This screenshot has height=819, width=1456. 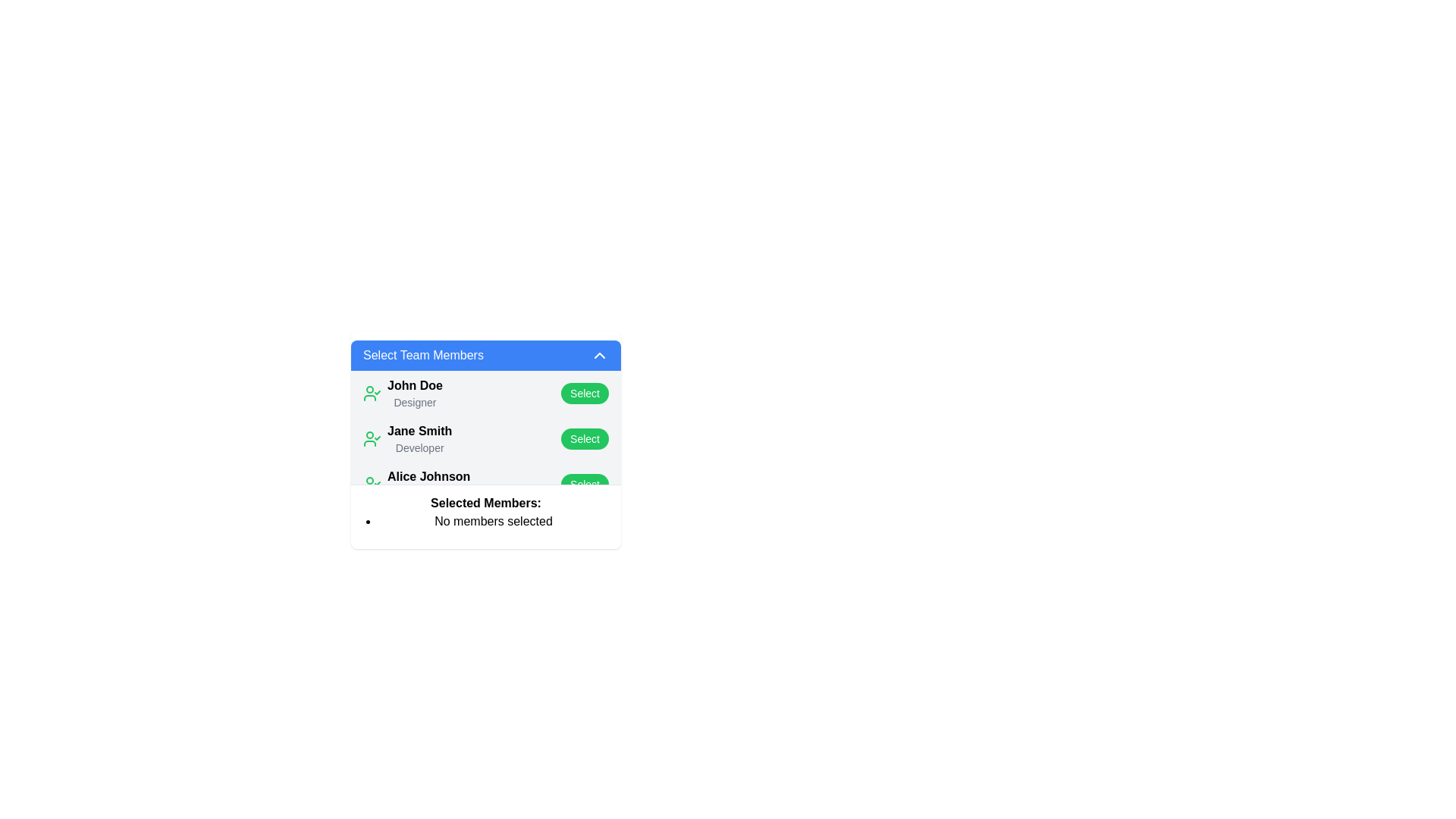 I want to click on the upward-pointing chevron icon located to the far right of the blue header bar labeled 'Select Team Members', so click(x=599, y=356).